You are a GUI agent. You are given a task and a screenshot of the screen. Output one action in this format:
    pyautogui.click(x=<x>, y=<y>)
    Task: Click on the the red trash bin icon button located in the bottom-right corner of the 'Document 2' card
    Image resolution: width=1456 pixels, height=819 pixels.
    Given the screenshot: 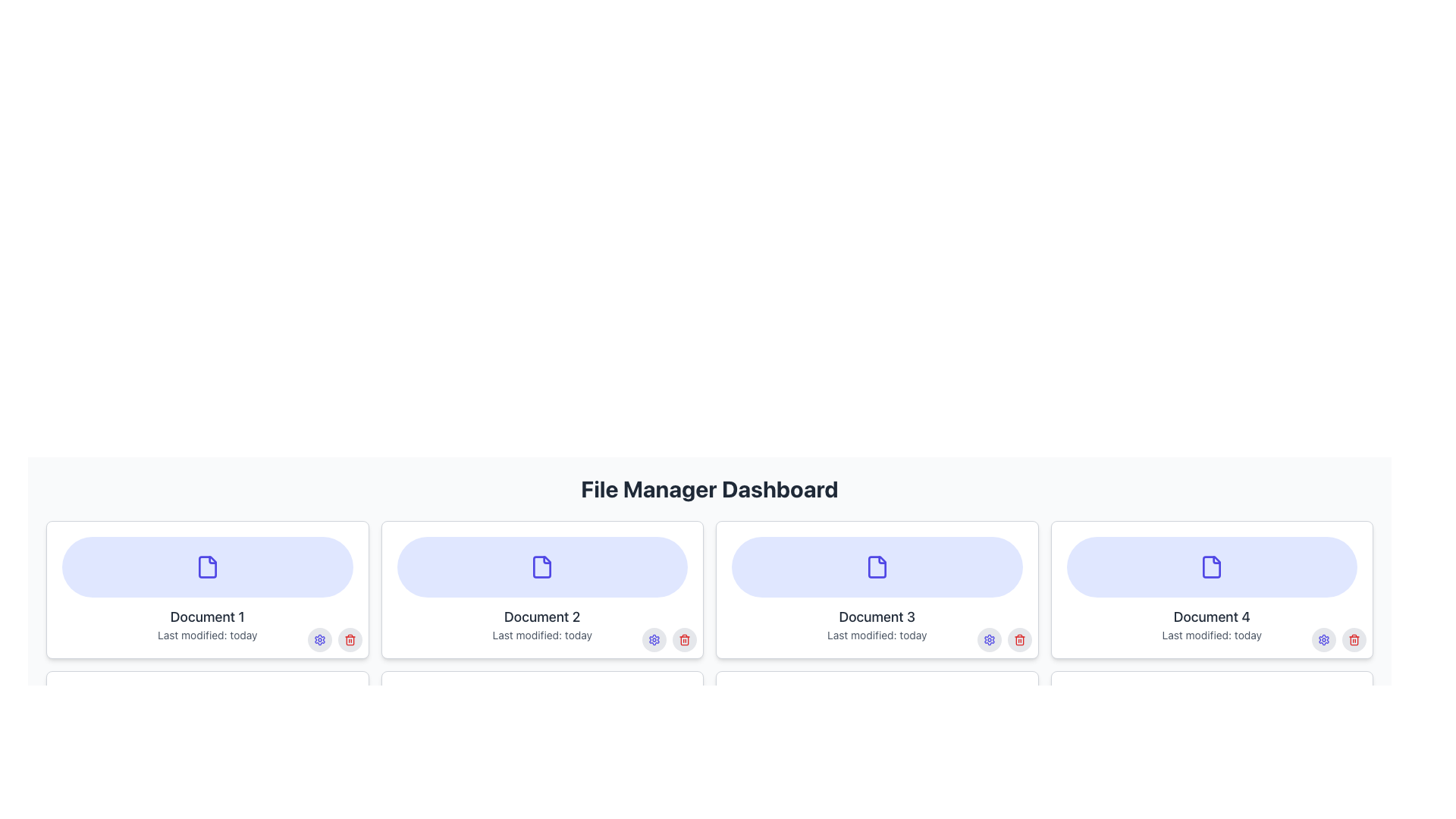 What is the action you would take?
    pyautogui.click(x=683, y=640)
    